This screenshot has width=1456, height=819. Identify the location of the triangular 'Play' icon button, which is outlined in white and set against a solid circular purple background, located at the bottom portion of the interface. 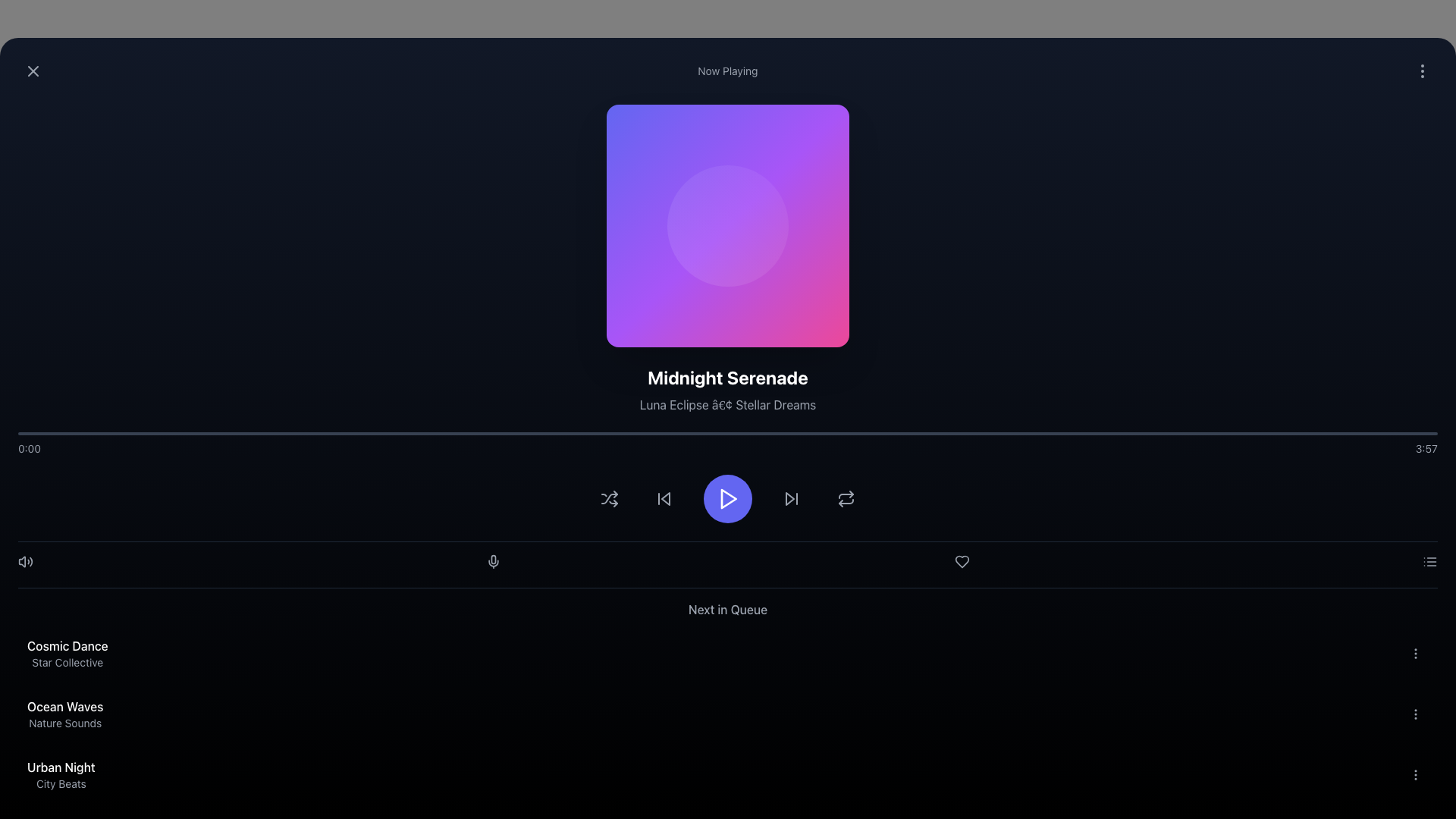
(728, 499).